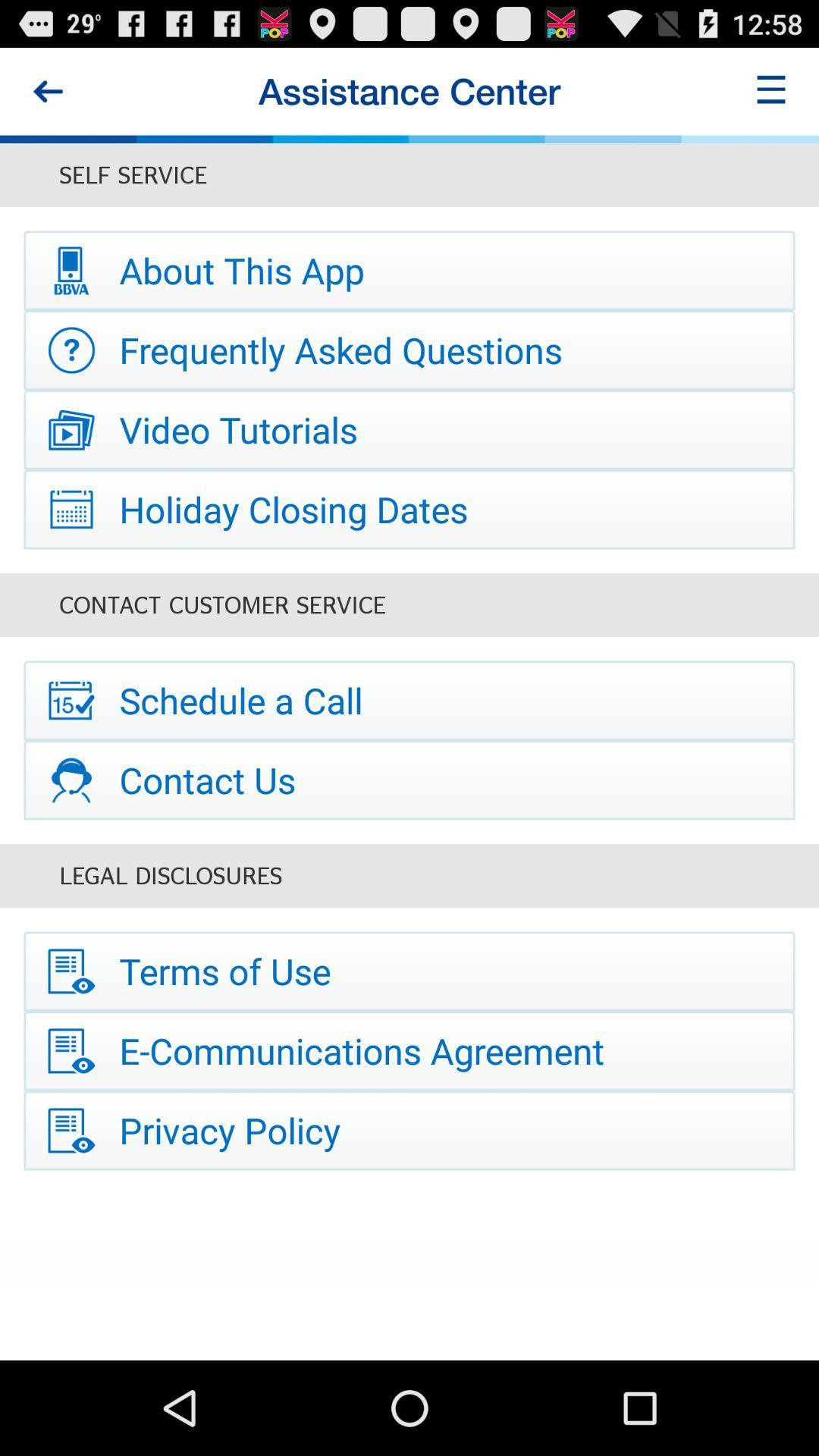  What do you see at coordinates (771, 90) in the screenshot?
I see `this button is used to find a some other hidden options` at bounding box center [771, 90].